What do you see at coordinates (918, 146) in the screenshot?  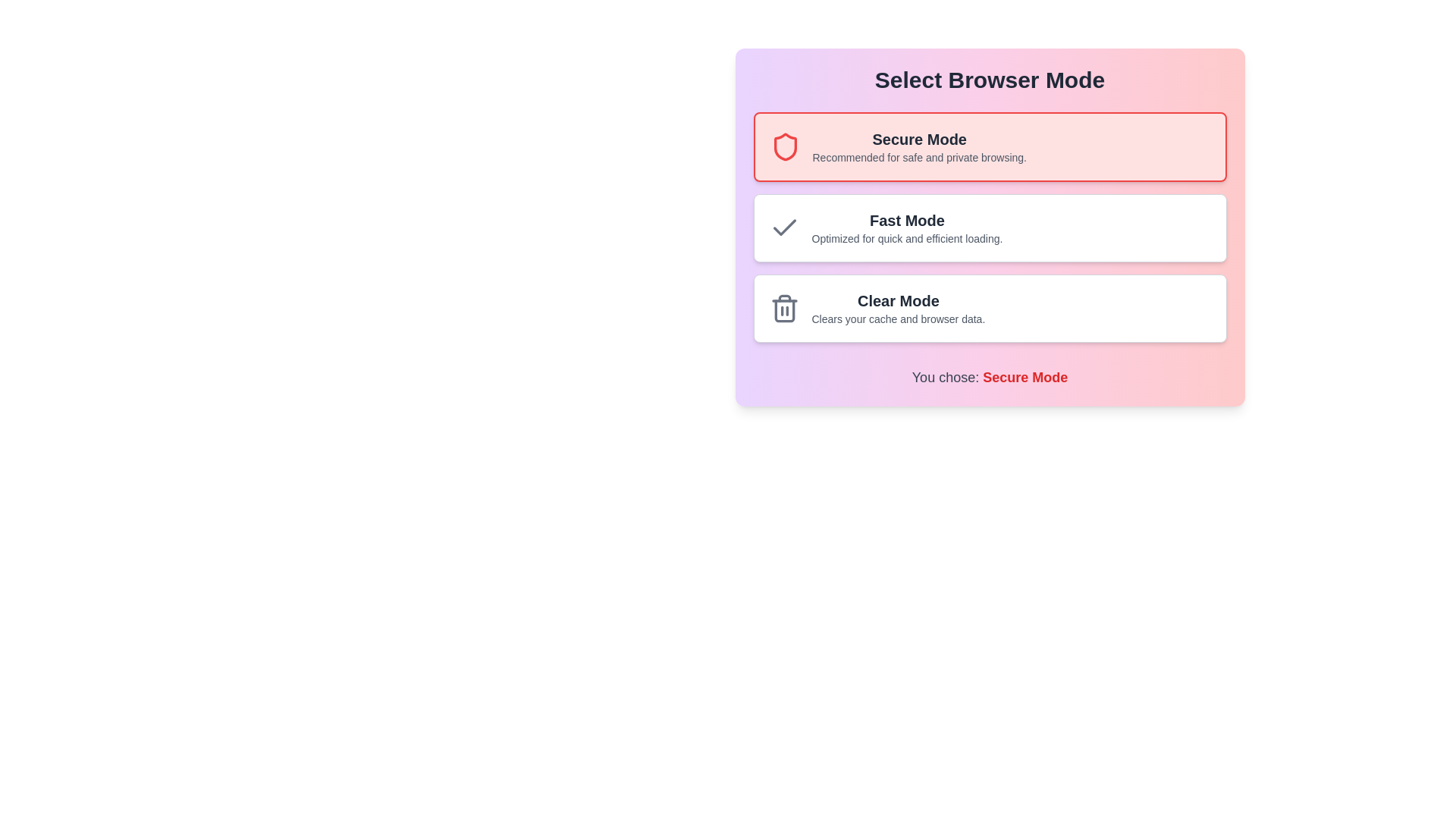 I see `the textual content element that provides details for the 'Secure Mode' option, located directly below the title 'Secure Mode'` at bounding box center [918, 146].